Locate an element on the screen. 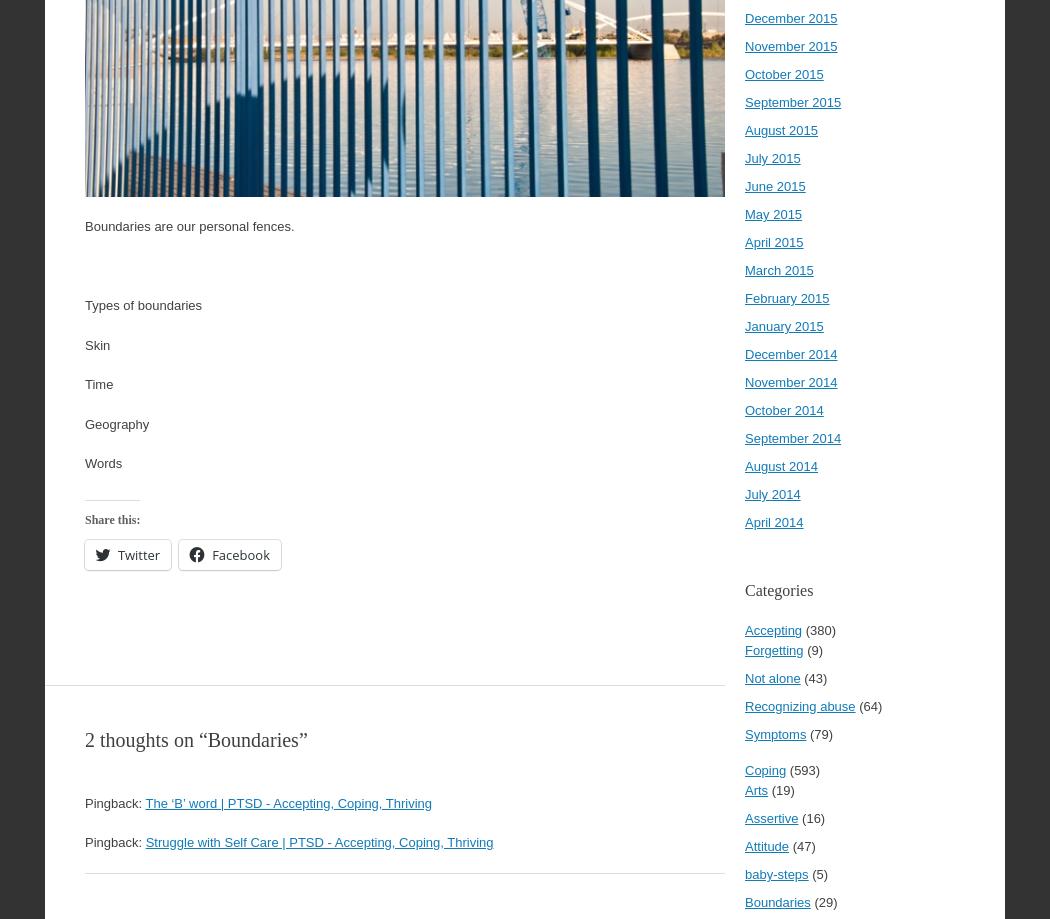  '(19)' is located at coordinates (780, 790).